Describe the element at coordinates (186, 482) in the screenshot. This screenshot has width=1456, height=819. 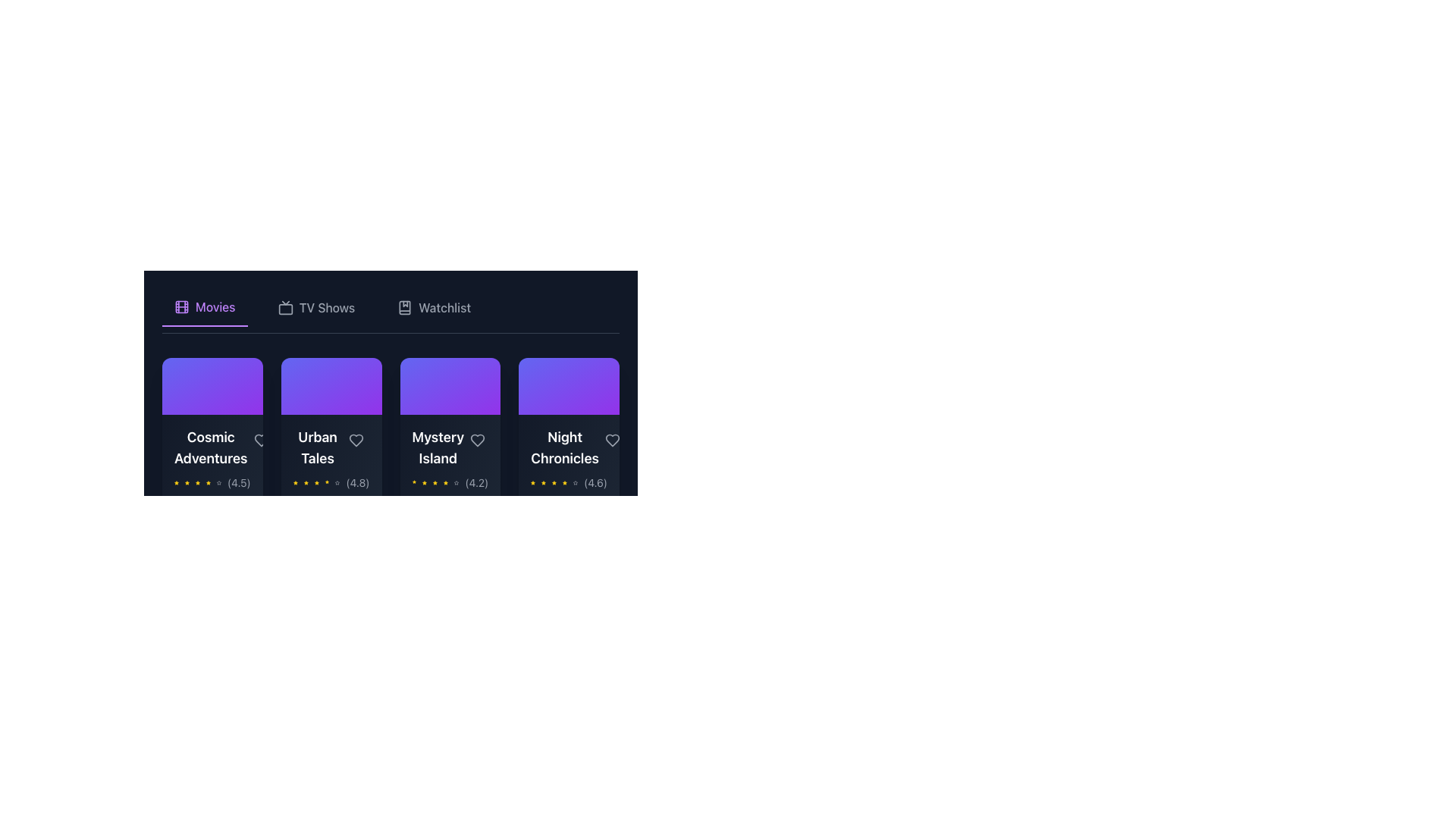
I see `the second rating star icon, which is a yellow filled star in the Movies section below the title 'Cosmic Adventures'` at that location.